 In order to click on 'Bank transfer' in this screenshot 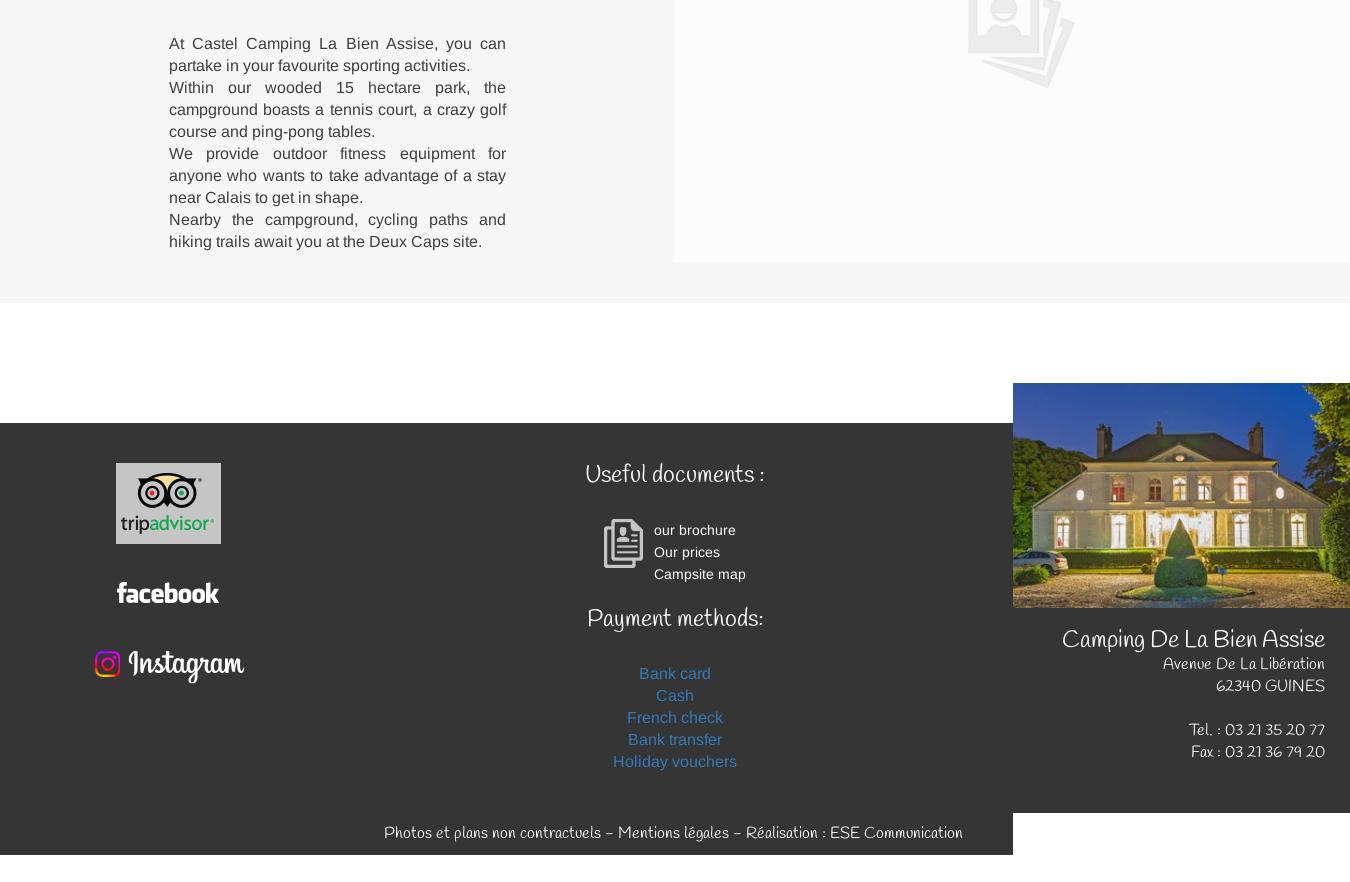, I will do `click(675, 738)`.